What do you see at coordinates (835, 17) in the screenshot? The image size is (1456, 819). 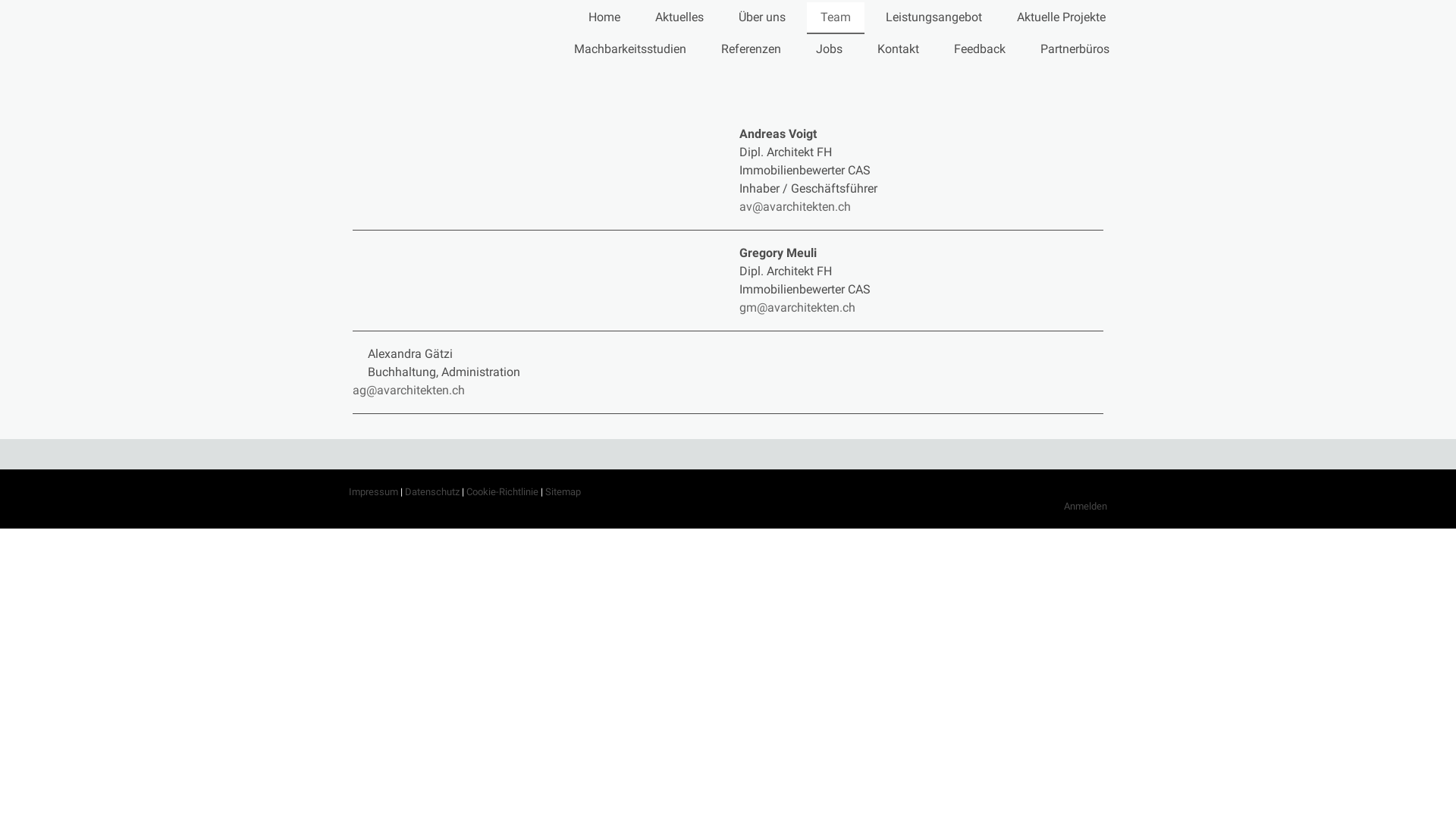 I see `'Team'` at bounding box center [835, 17].